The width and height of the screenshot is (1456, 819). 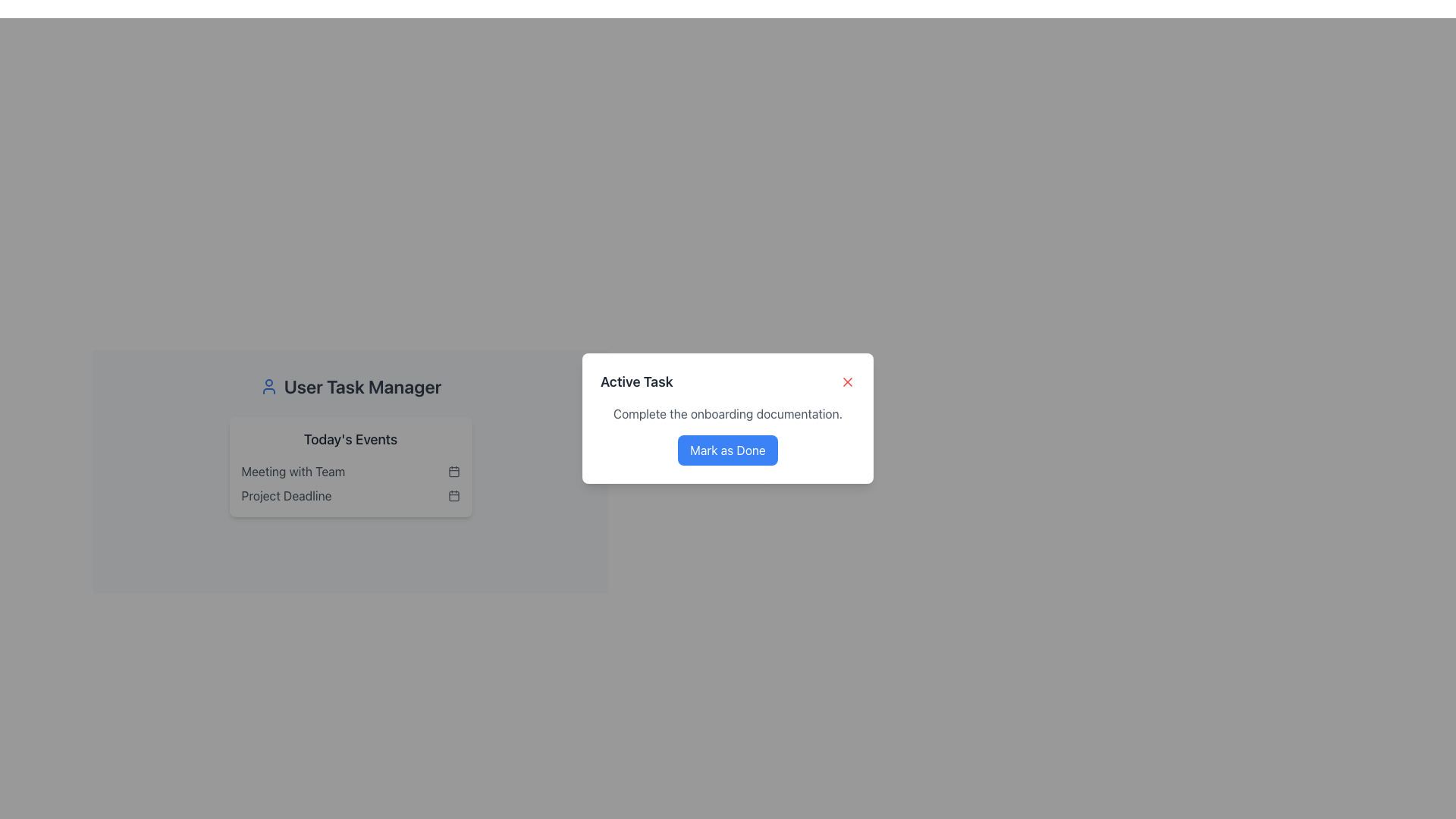 What do you see at coordinates (636, 381) in the screenshot?
I see `text heading located at the top of the modal dialog box, which provides context about its contents` at bounding box center [636, 381].